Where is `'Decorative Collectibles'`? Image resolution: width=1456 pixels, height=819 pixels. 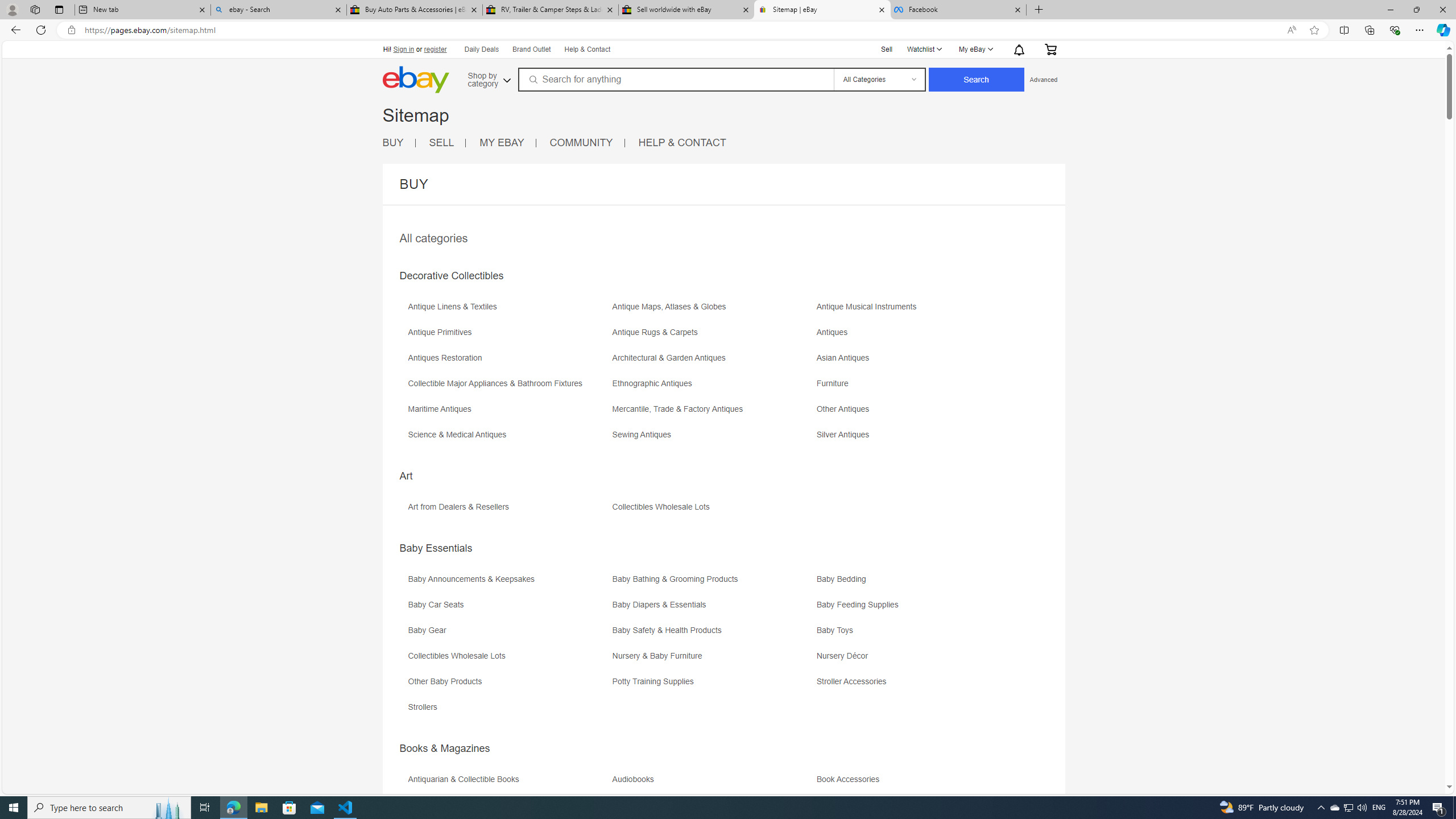
'Decorative Collectibles' is located at coordinates (450, 276).